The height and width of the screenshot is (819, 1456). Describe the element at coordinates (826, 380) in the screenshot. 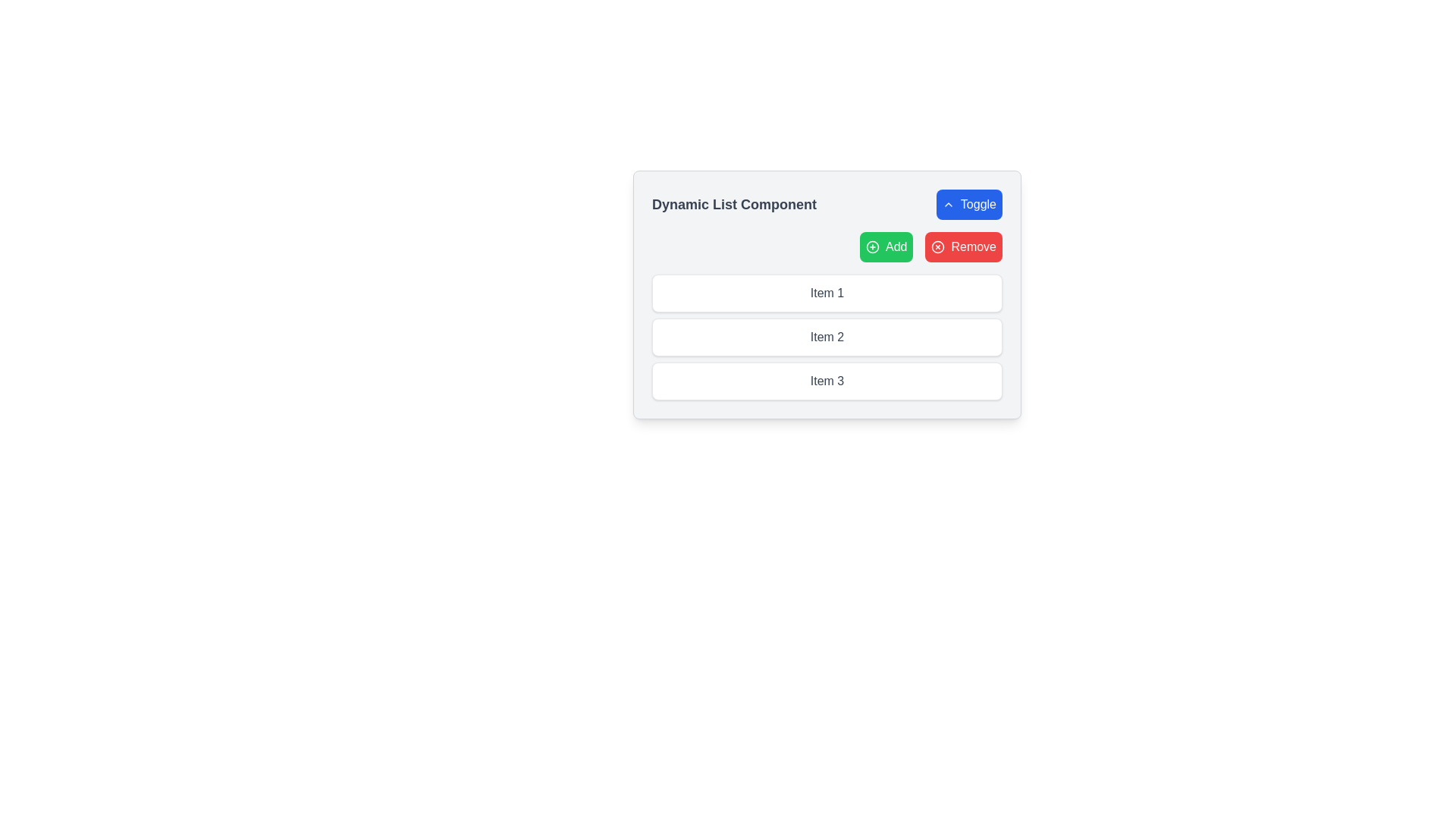

I see `the third item in the list within the 'Dynamic List Component' card, which is a static display component and does not have interactive capabilities` at that location.